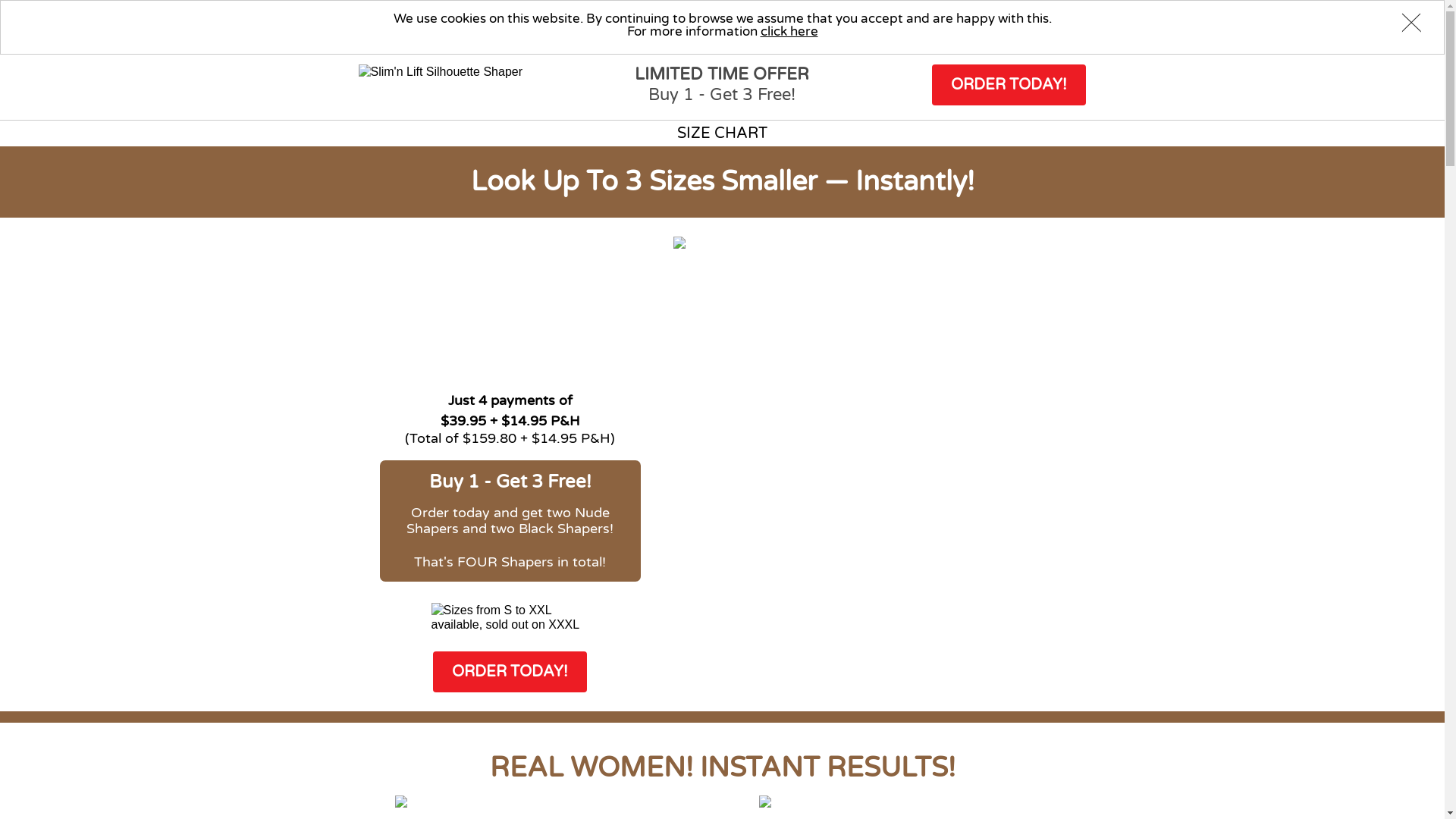 The height and width of the screenshot is (819, 1456). Describe the element at coordinates (760, 31) in the screenshot. I see `'click here'` at that location.